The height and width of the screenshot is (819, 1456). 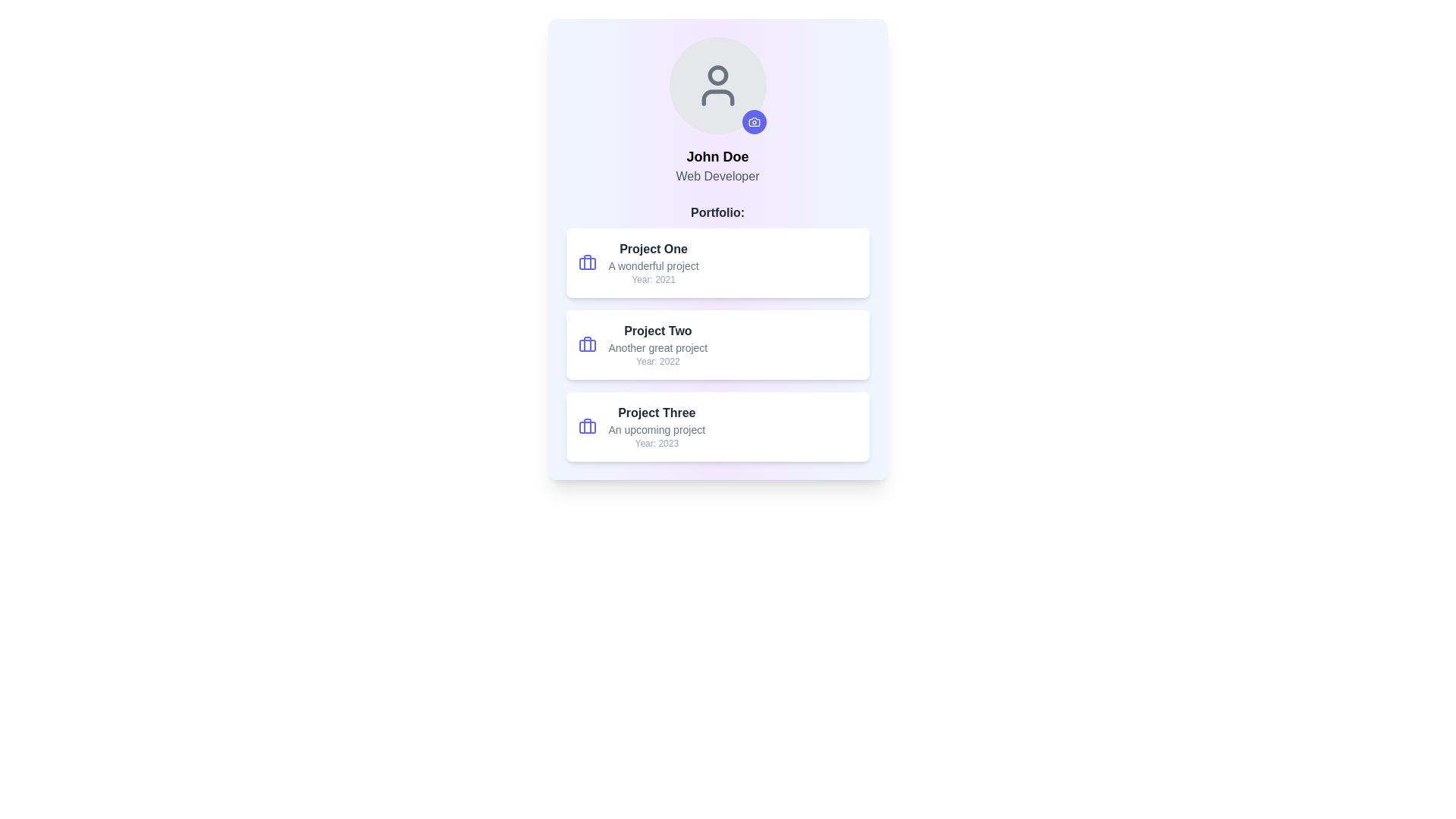 I want to click on the vertical line segment of the briefcase icon associated with 'Project One' in the project list, so click(x=586, y=262).